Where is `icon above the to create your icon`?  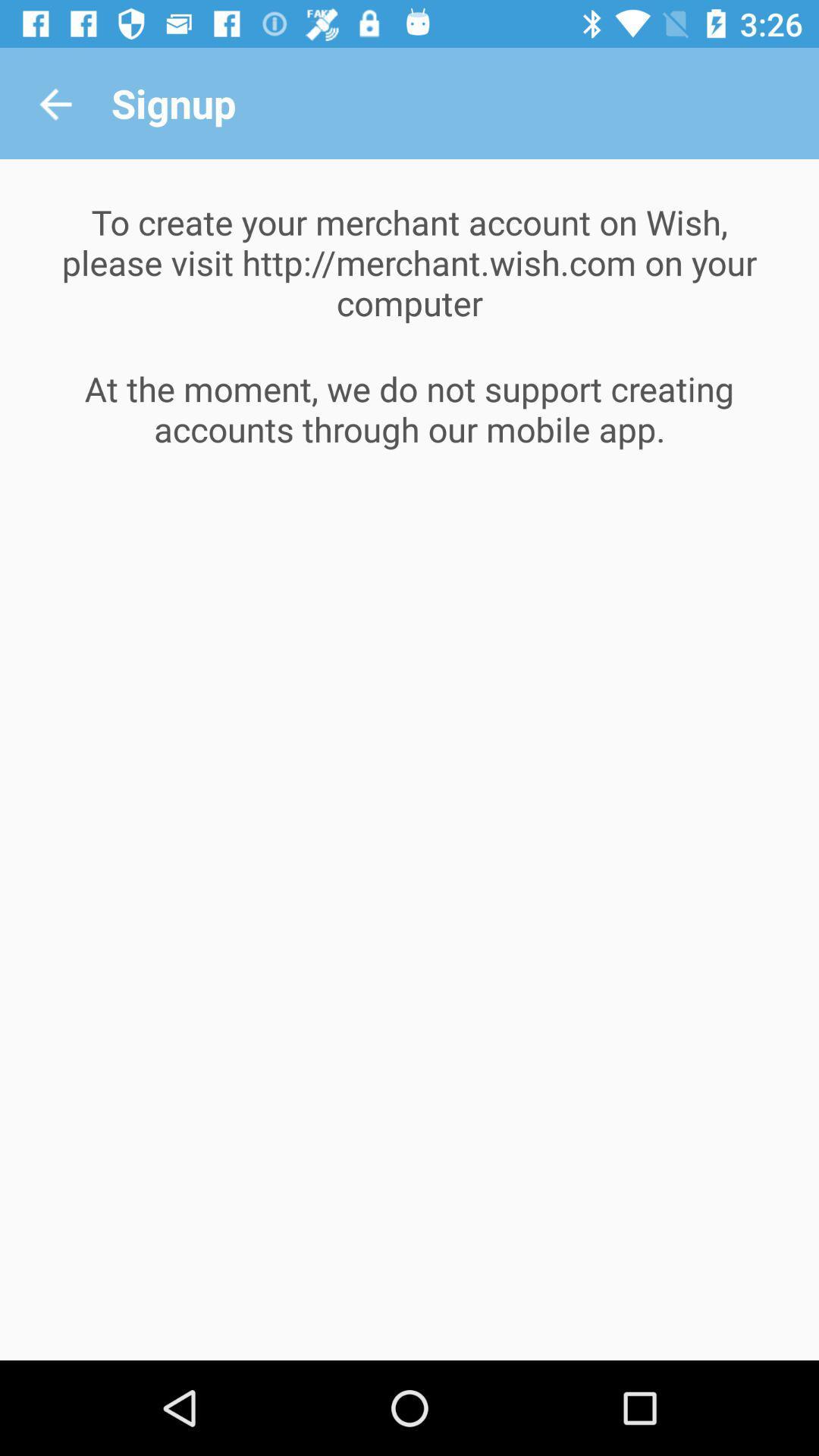 icon above the to create your icon is located at coordinates (55, 102).